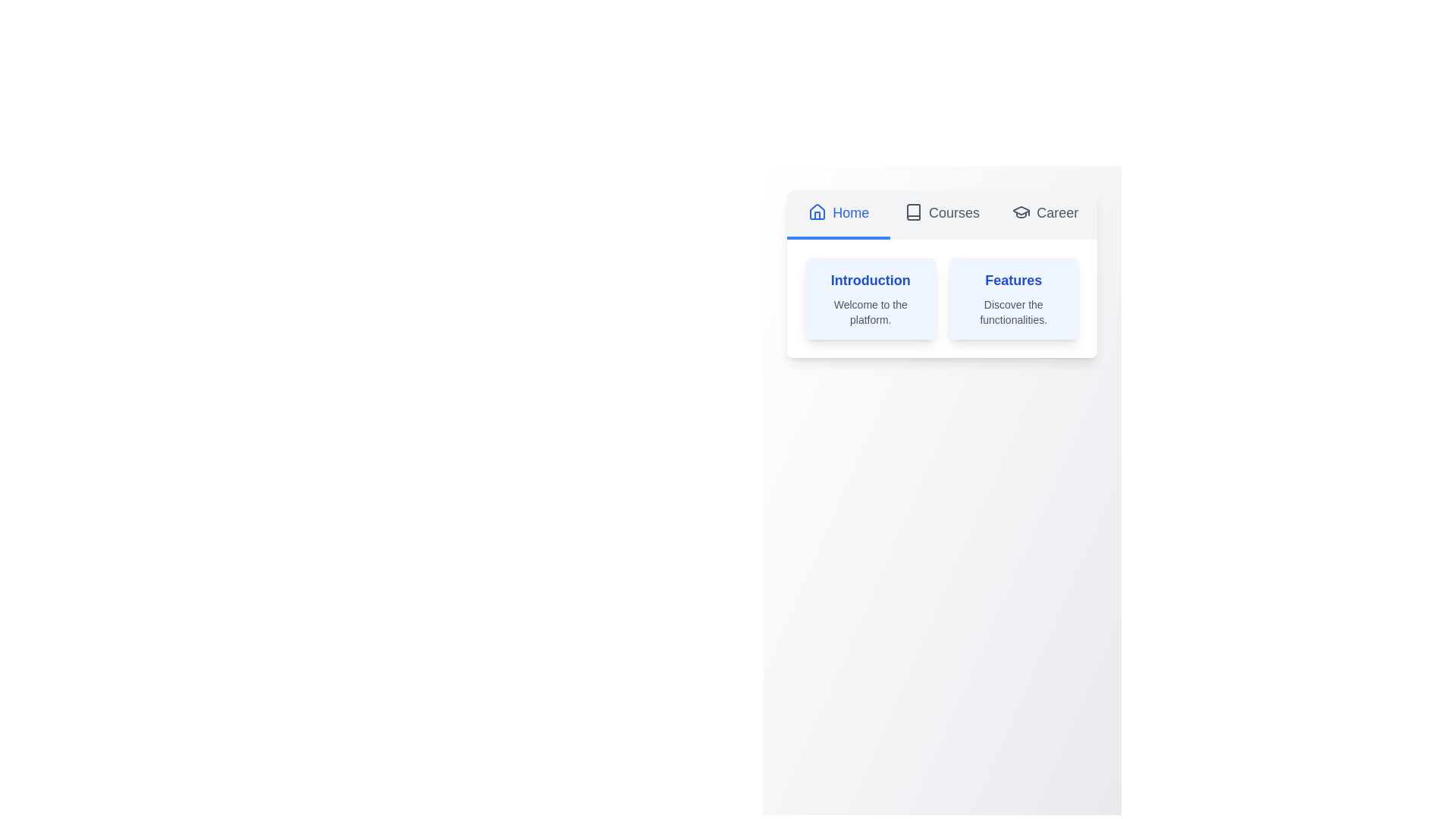  Describe the element at coordinates (838, 215) in the screenshot. I see `the 'Home' button, which is a rectangular button with bold blue text and a house icon, located in the navigation bar at the top-center of the interface` at that location.